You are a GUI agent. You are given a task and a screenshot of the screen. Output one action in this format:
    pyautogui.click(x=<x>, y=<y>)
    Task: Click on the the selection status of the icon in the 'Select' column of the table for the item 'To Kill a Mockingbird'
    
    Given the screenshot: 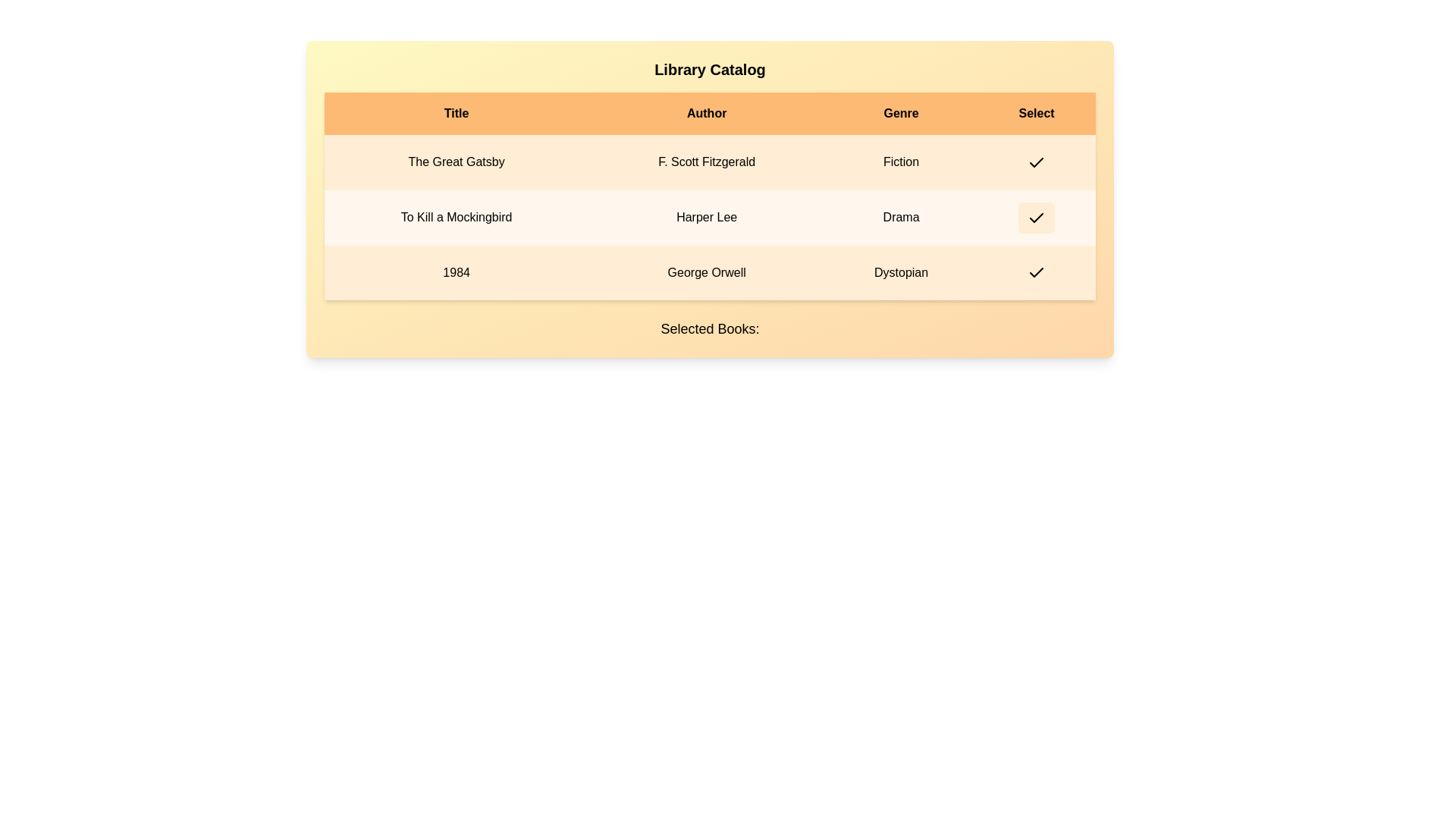 What is the action you would take?
    pyautogui.click(x=1036, y=218)
    